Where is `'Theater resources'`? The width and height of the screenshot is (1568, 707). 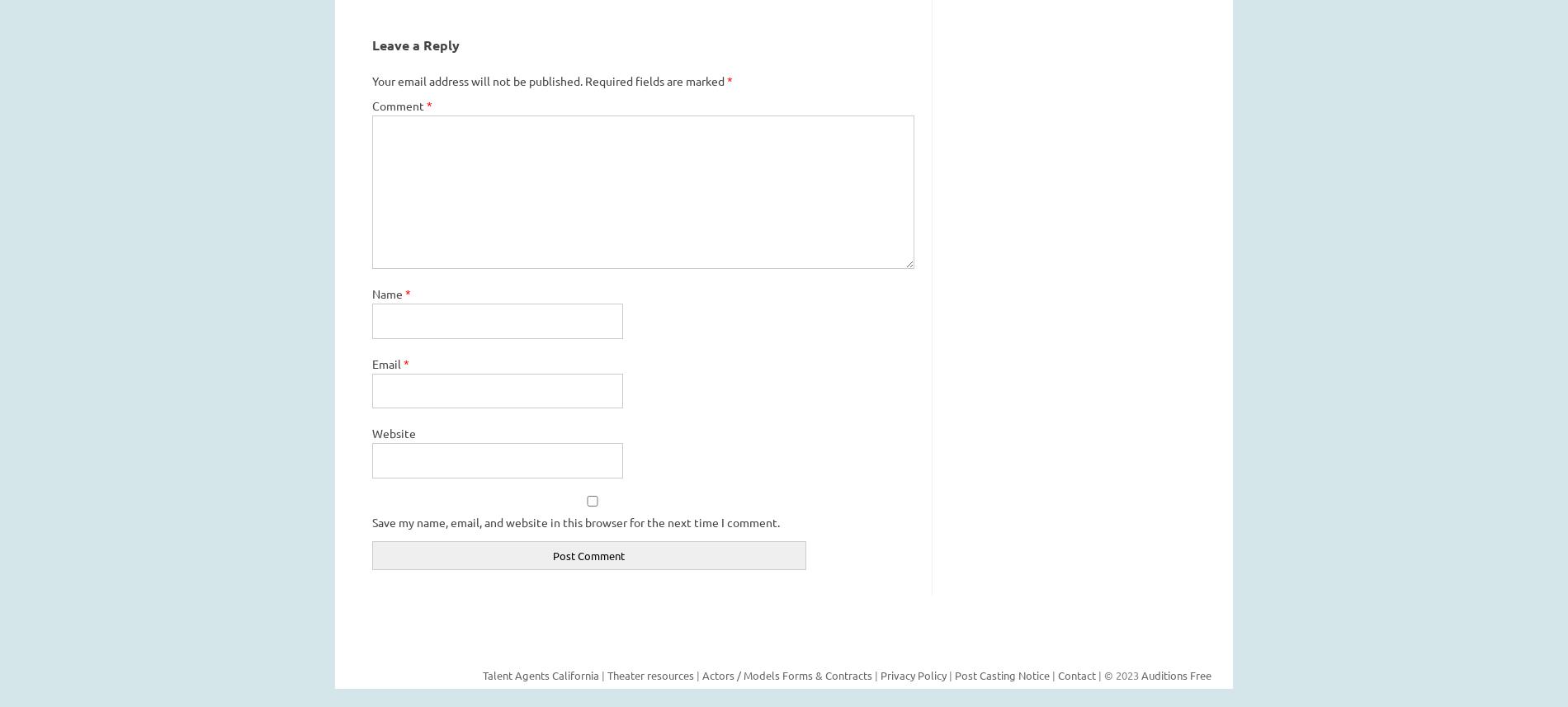 'Theater resources' is located at coordinates (649, 674).